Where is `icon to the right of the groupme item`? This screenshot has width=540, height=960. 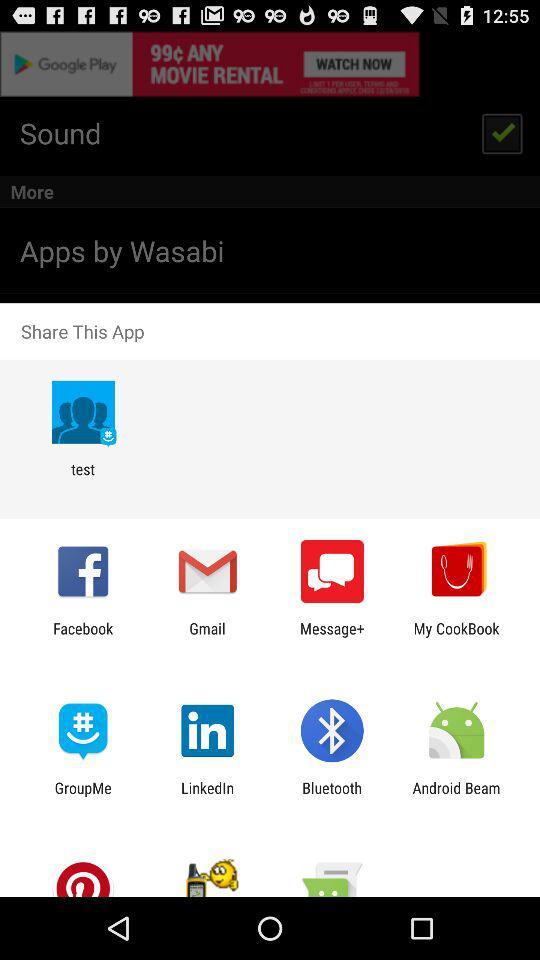 icon to the right of the groupme item is located at coordinates (206, 796).